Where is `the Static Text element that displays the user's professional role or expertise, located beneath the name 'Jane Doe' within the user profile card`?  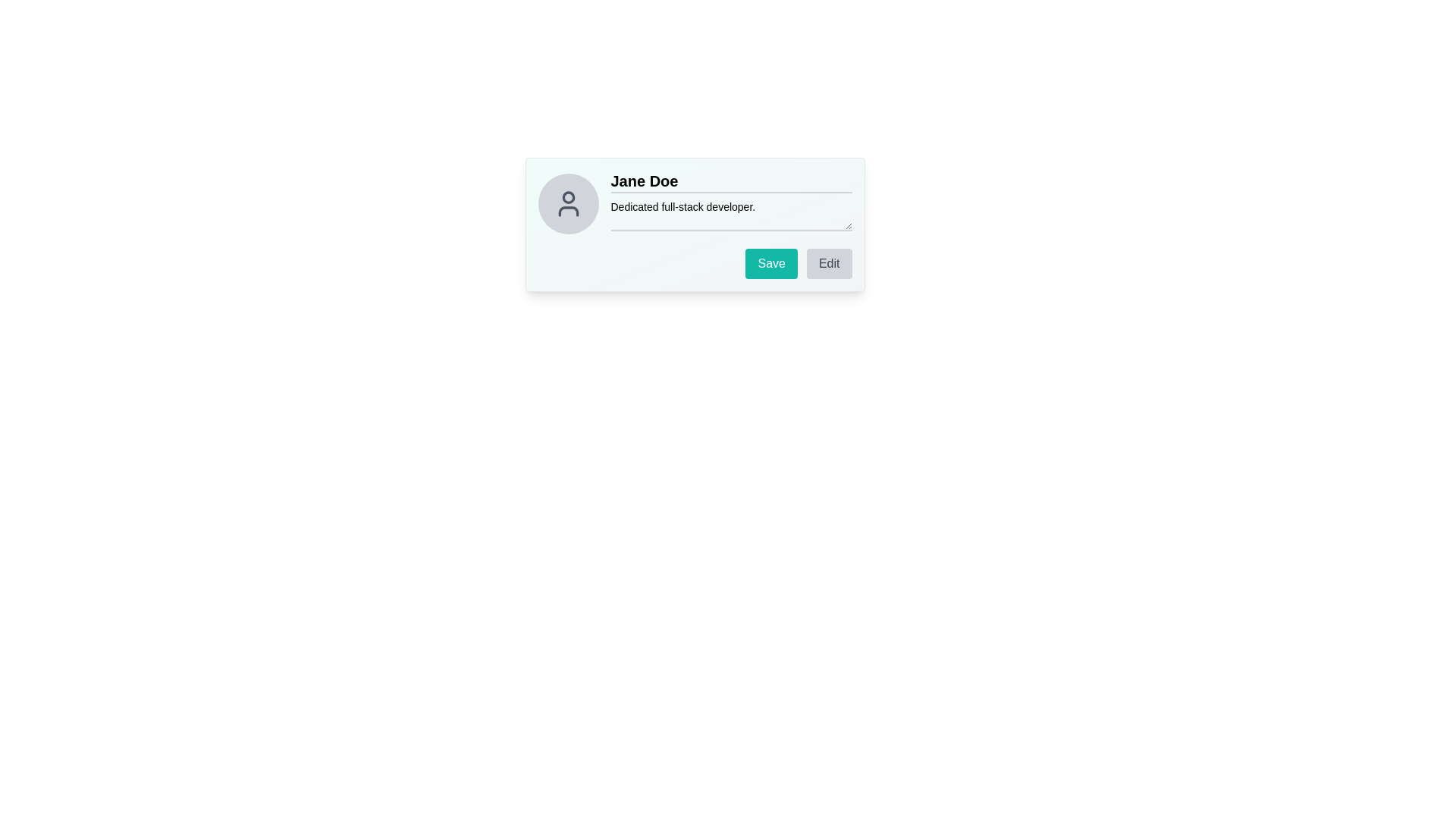
the Static Text element that displays the user's professional role or expertise, located beneath the name 'Jane Doe' within the user profile card is located at coordinates (694, 202).